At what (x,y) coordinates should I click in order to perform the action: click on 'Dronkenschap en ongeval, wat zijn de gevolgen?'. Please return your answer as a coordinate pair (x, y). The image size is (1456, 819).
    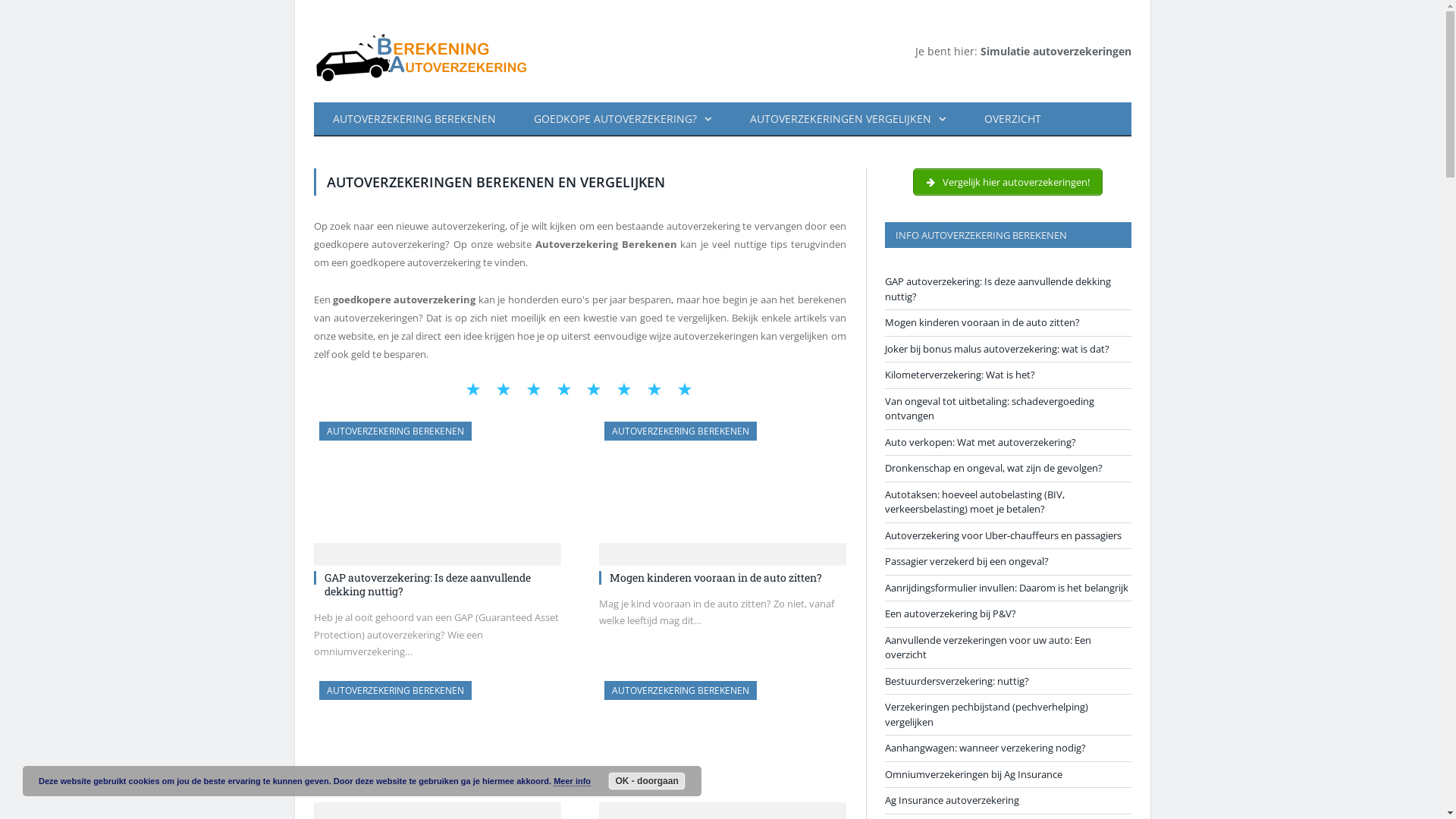
    Looking at the image, I should click on (993, 467).